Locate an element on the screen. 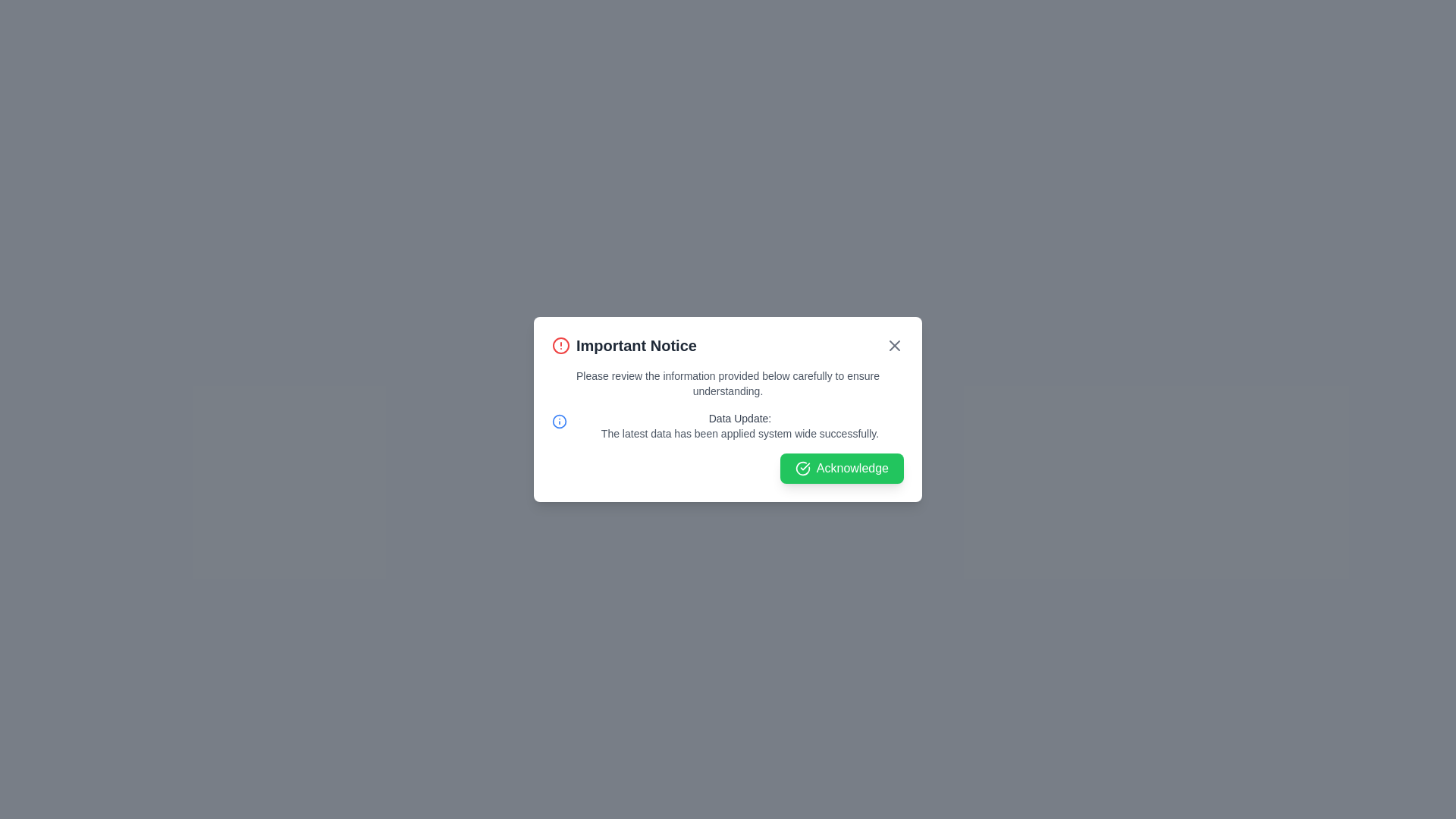  close button to dismiss the dialog is located at coordinates (895, 345).